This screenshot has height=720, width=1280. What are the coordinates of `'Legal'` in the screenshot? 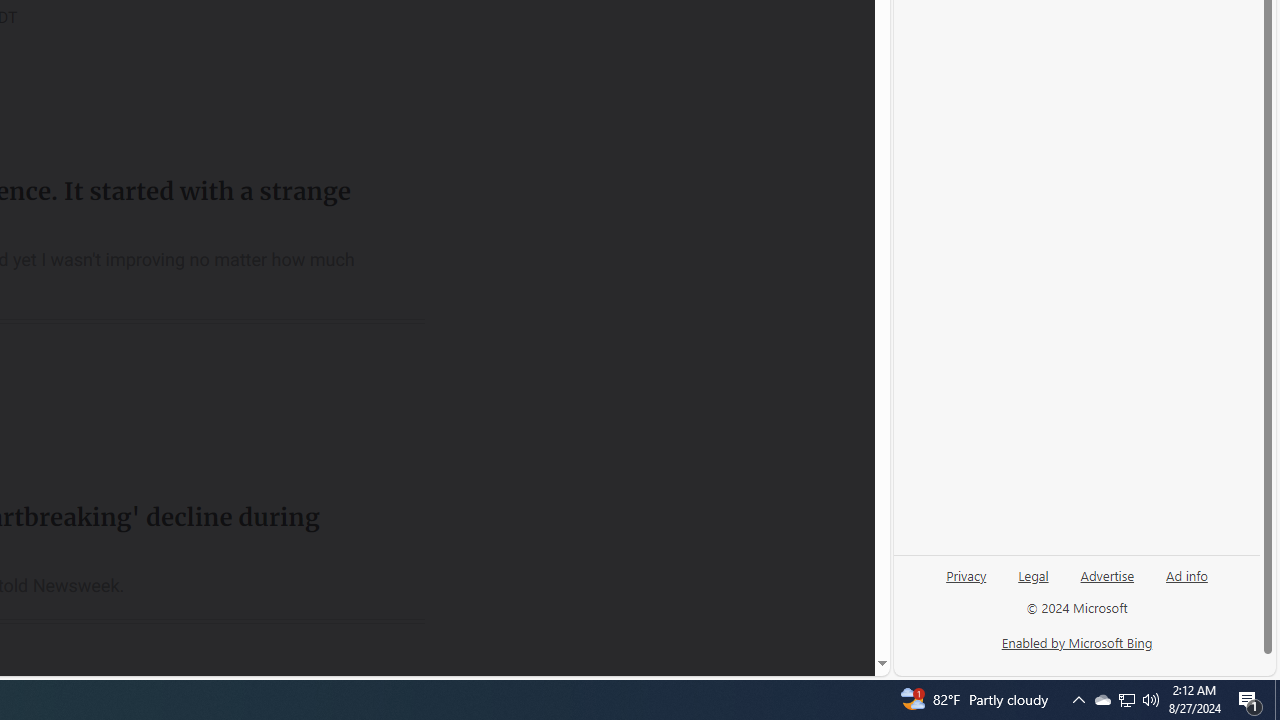 It's located at (1033, 574).